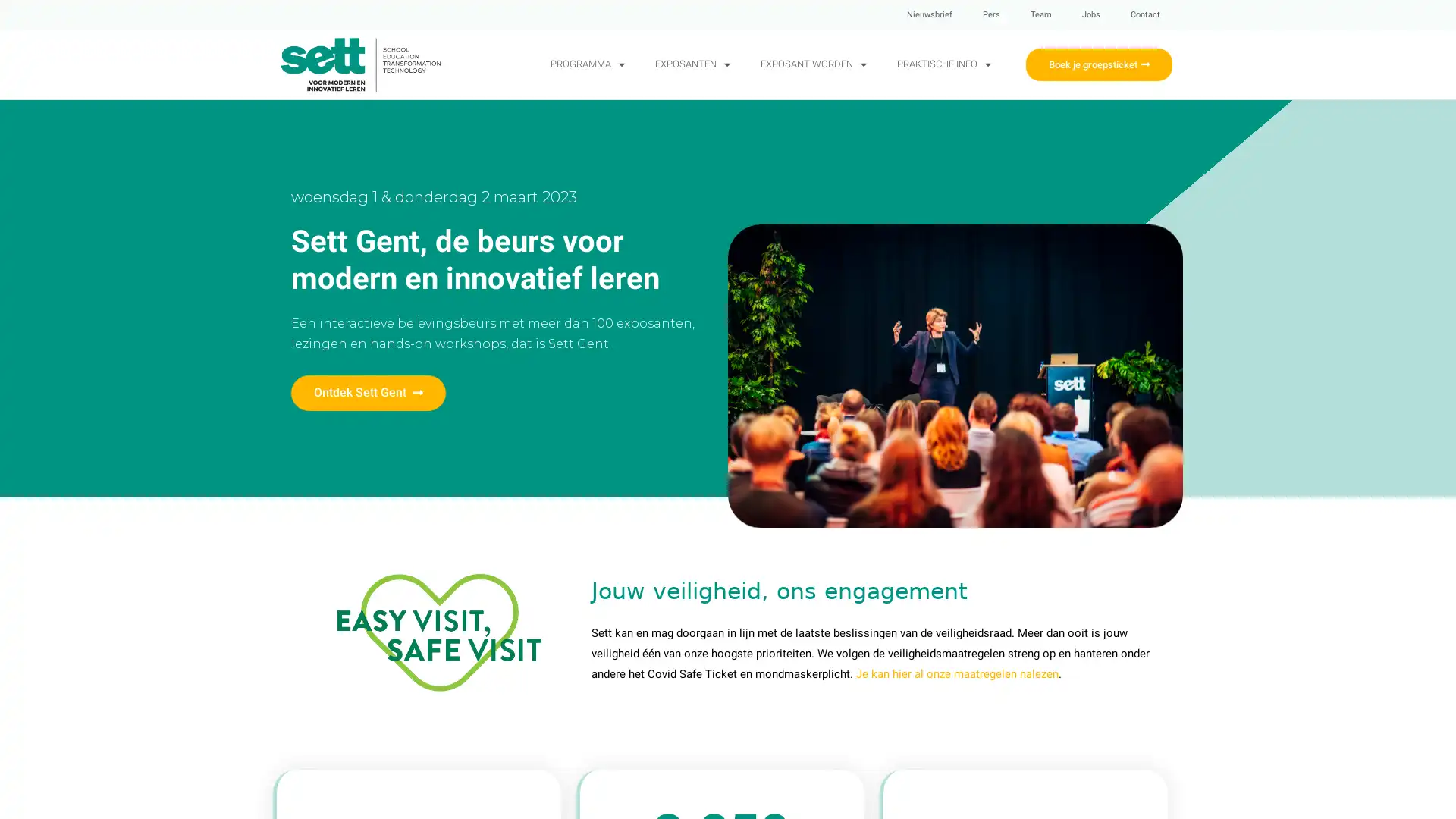 The height and width of the screenshot is (819, 1456). I want to click on Ontdek Sett Gent, so click(368, 392).